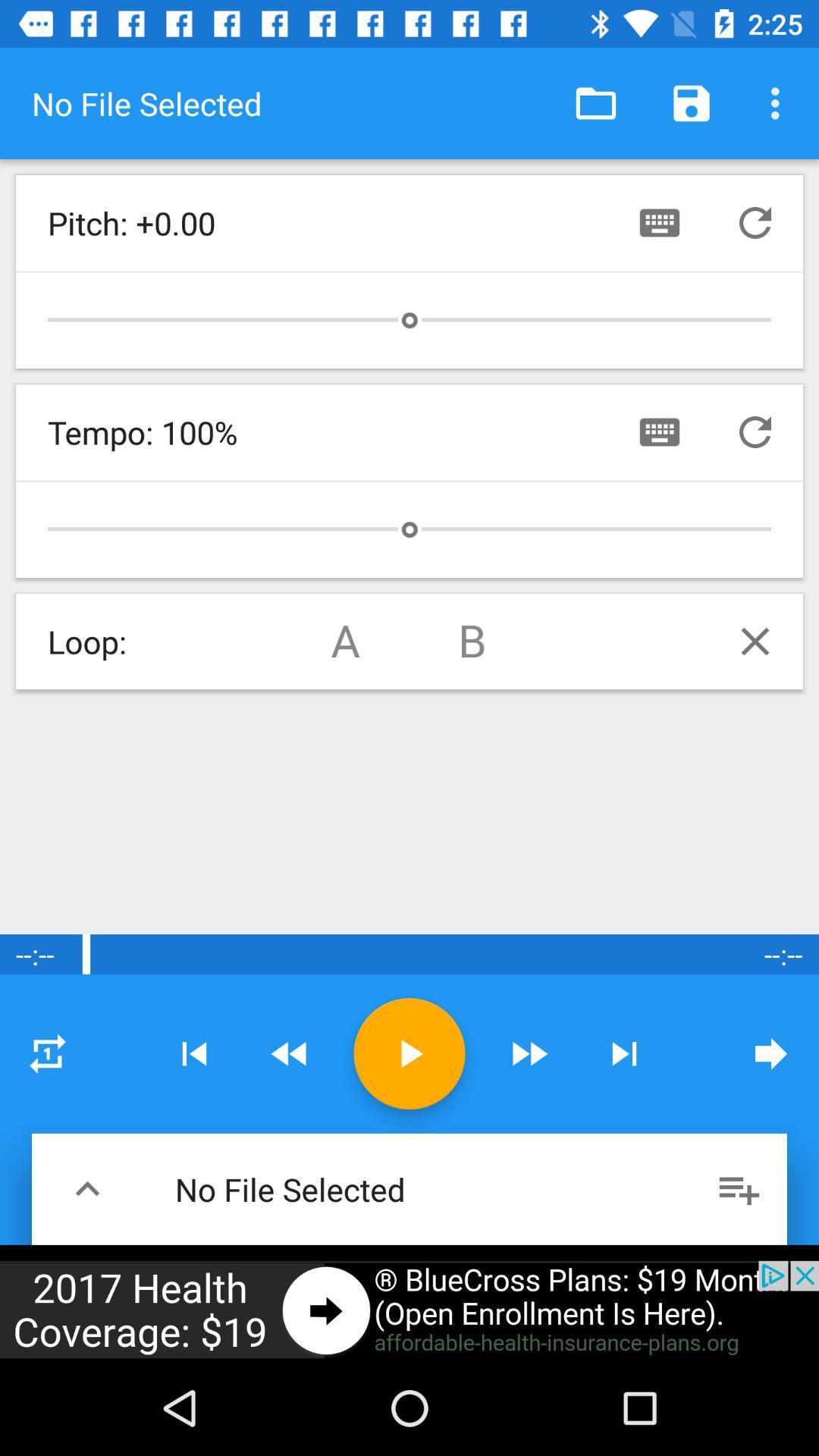 Image resolution: width=819 pixels, height=1456 pixels. What do you see at coordinates (290, 1053) in the screenshot?
I see `forward` at bounding box center [290, 1053].